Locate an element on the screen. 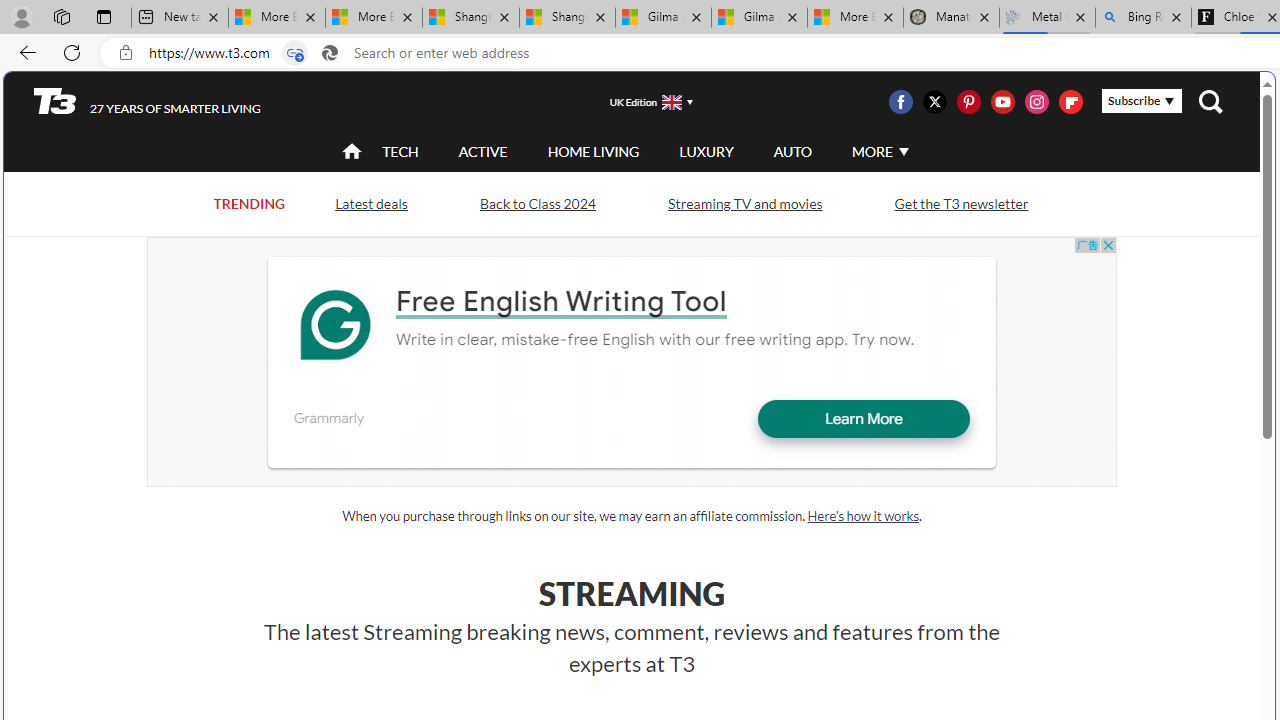 This screenshot has width=1280, height=720. 'Streaming TV and movies' is located at coordinates (743, 203).